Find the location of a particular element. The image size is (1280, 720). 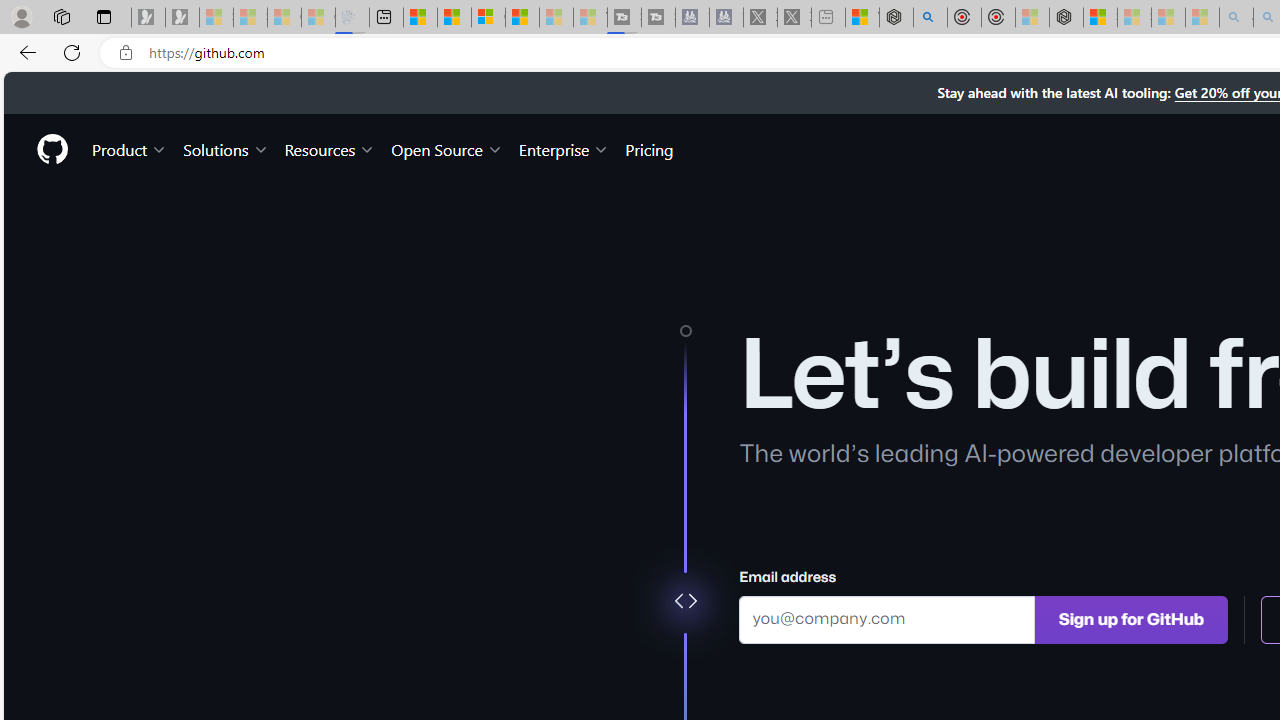

'Product' is located at coordinates (129, 148).